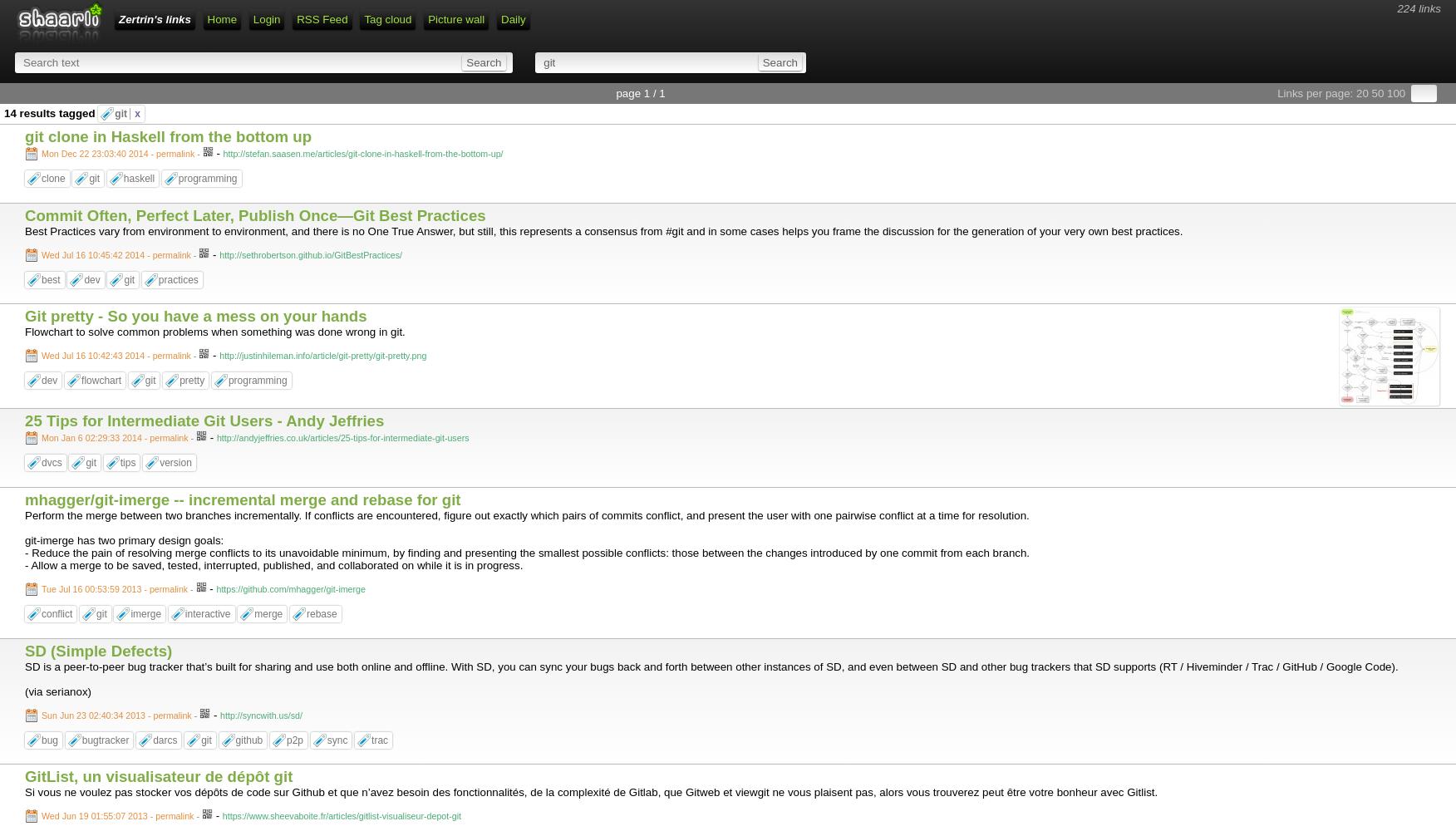 Image resolution: width=1456 pixels, height=831 pixels. What do you see at coordinates (97, 650) in the screenshot?
I see `'SD (Simple Defects)'` at bounding box center [97, 650].